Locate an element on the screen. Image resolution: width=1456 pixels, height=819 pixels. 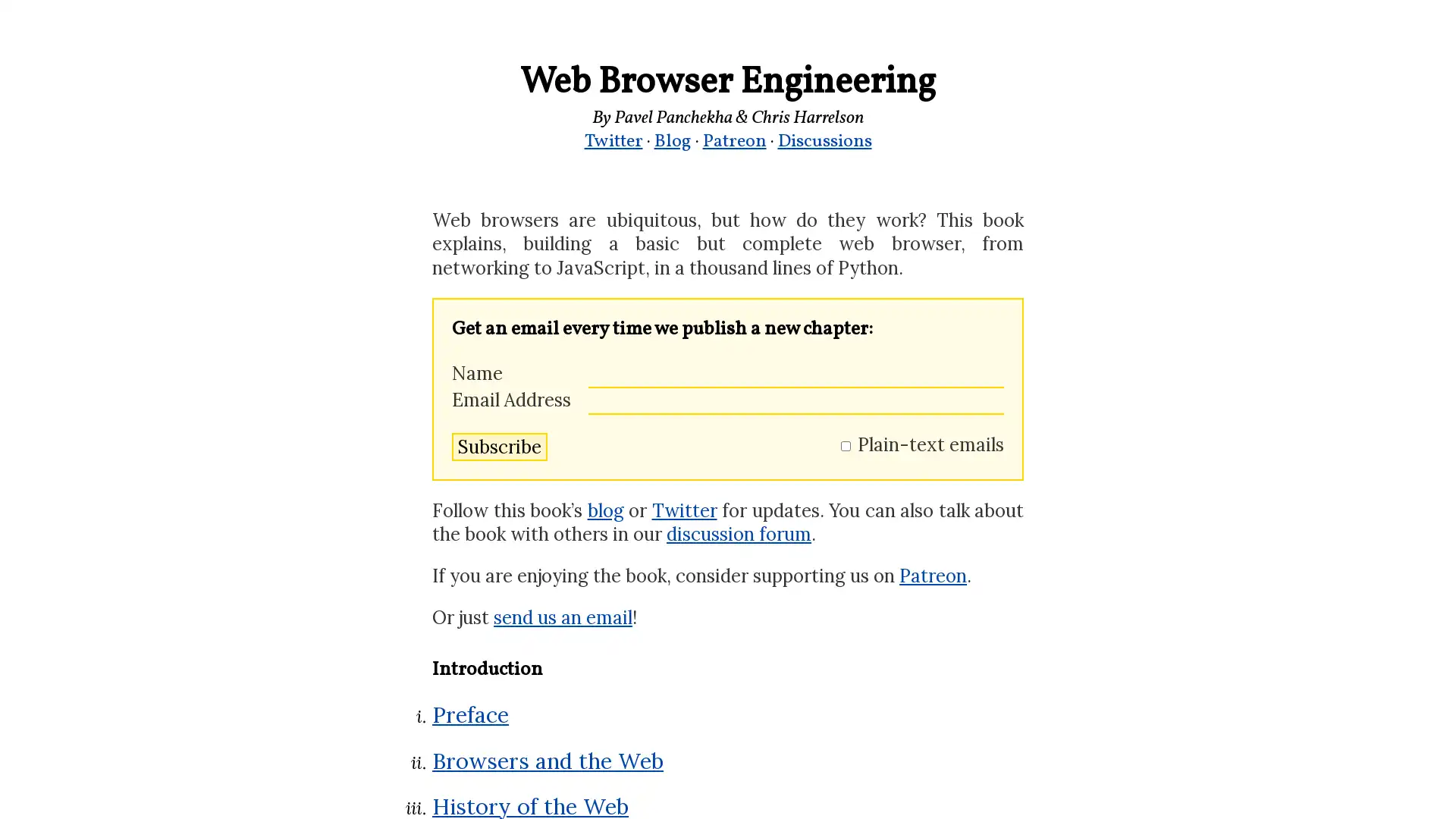
Subscribe is located at coordinates (499, 445).